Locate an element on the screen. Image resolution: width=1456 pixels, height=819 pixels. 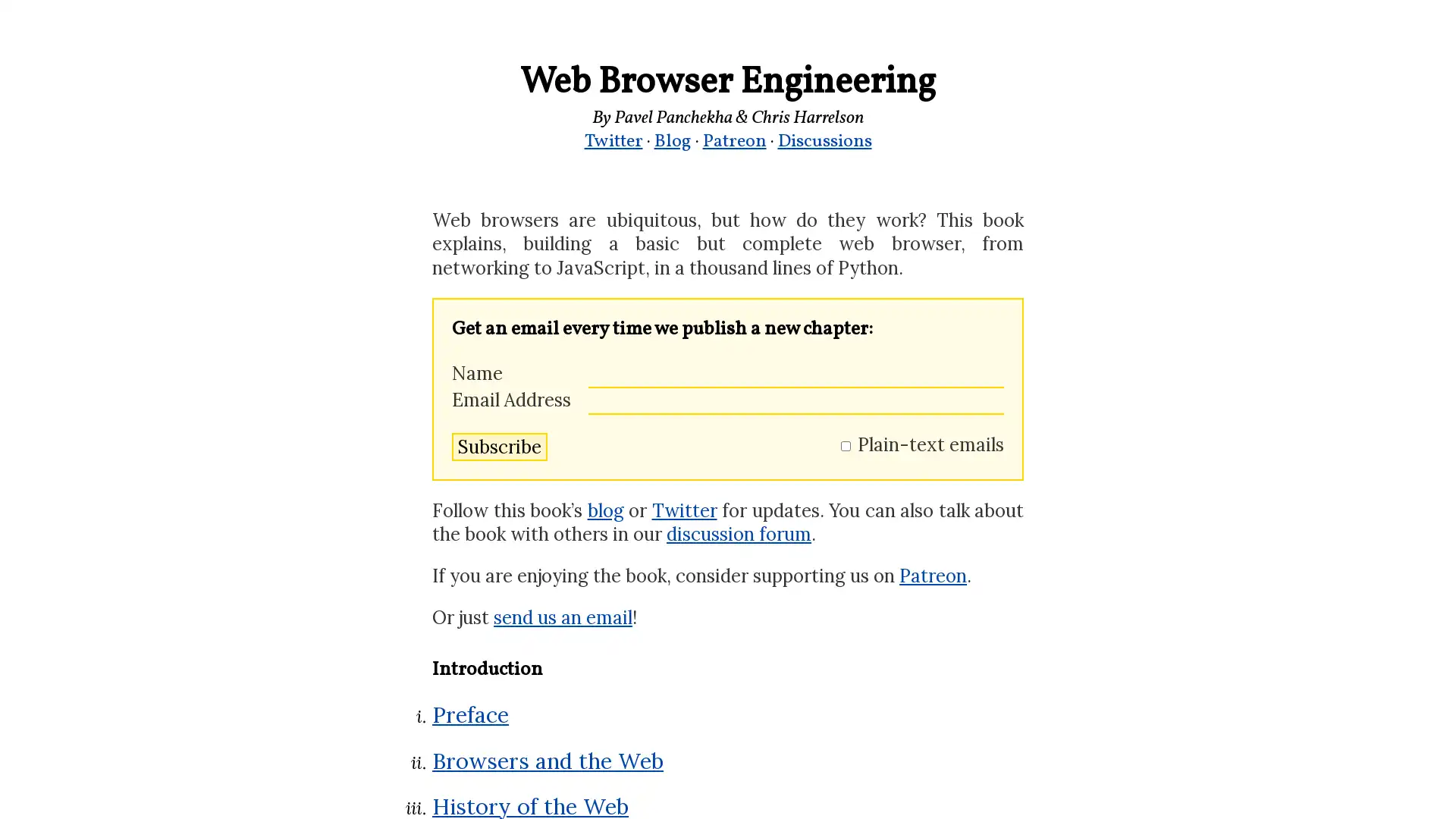
Subscribe is located at coordinates (499, 445).